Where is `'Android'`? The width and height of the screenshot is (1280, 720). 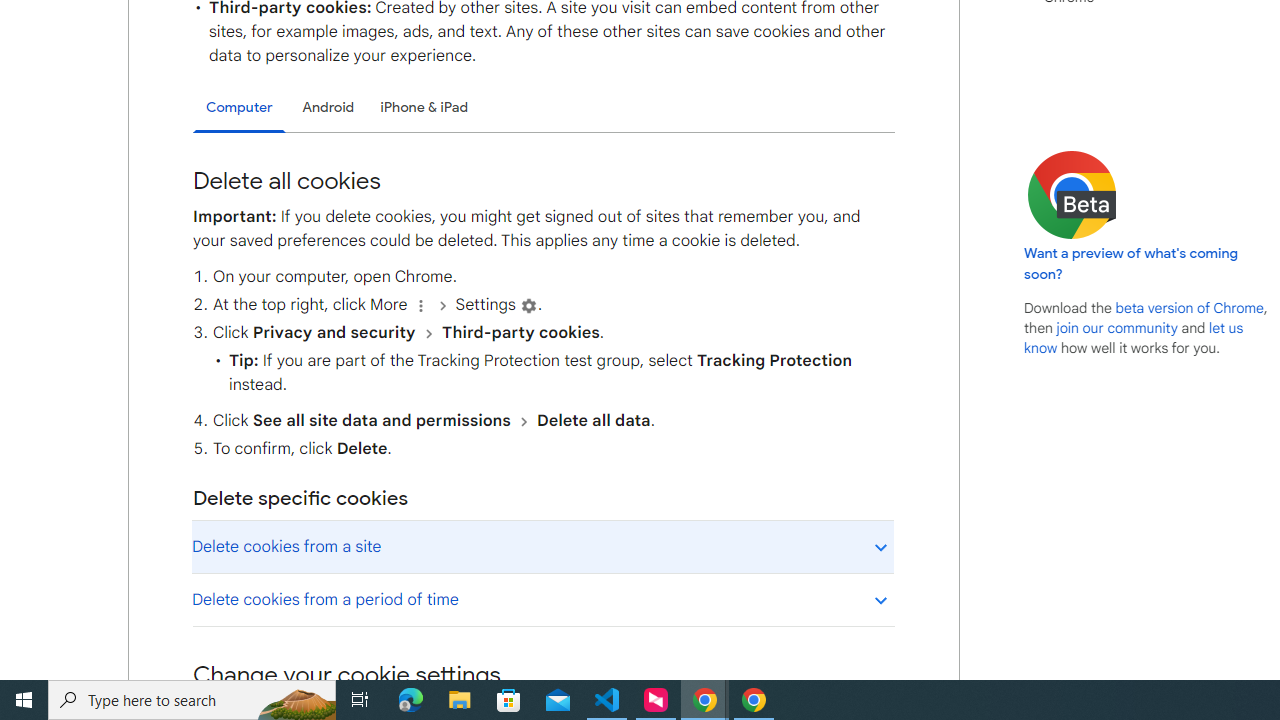
'Android' is located at coordinates (328, 107).